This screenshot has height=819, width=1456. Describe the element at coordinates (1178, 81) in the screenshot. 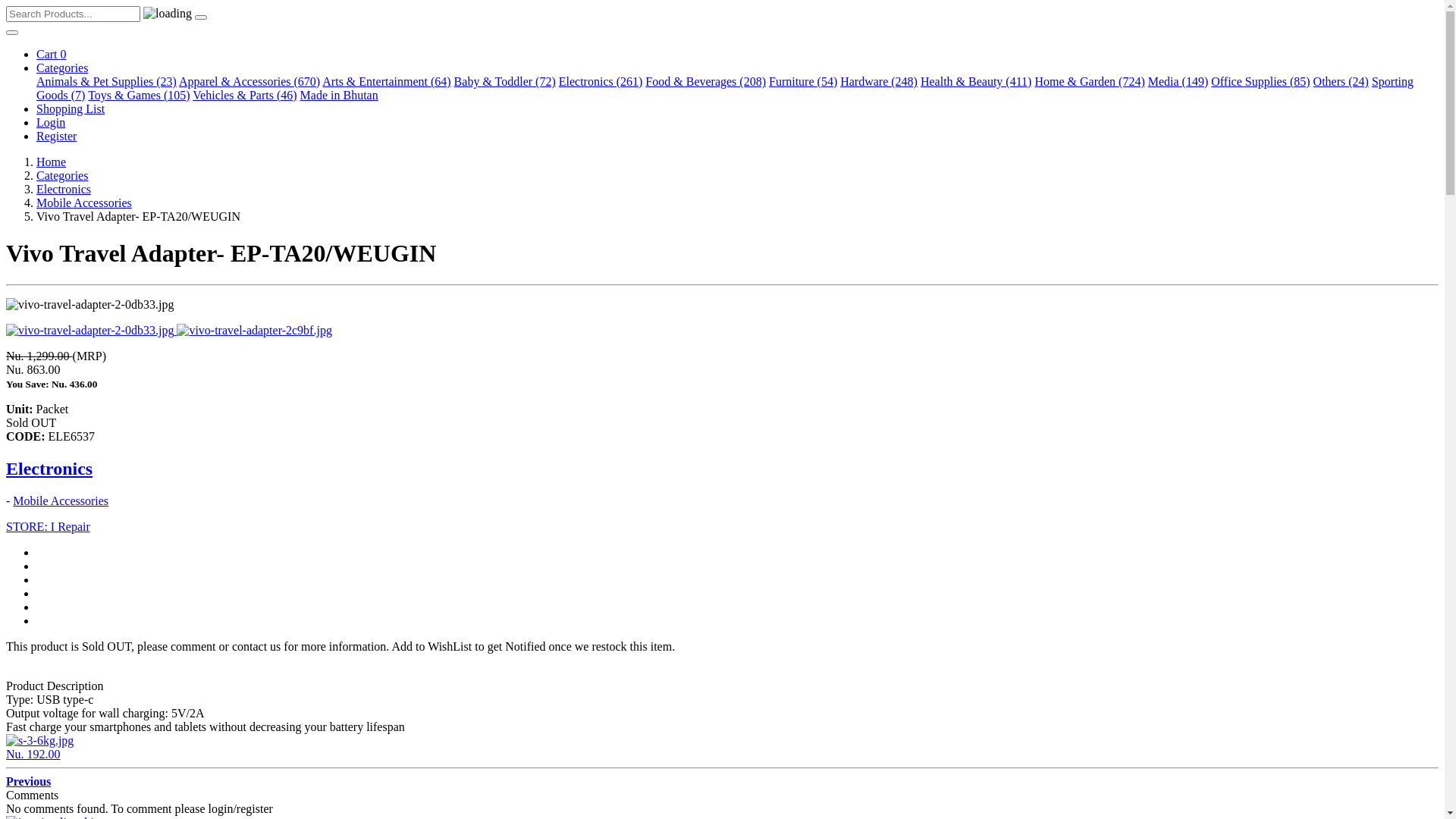

I see `'Media (149)'` at that location.